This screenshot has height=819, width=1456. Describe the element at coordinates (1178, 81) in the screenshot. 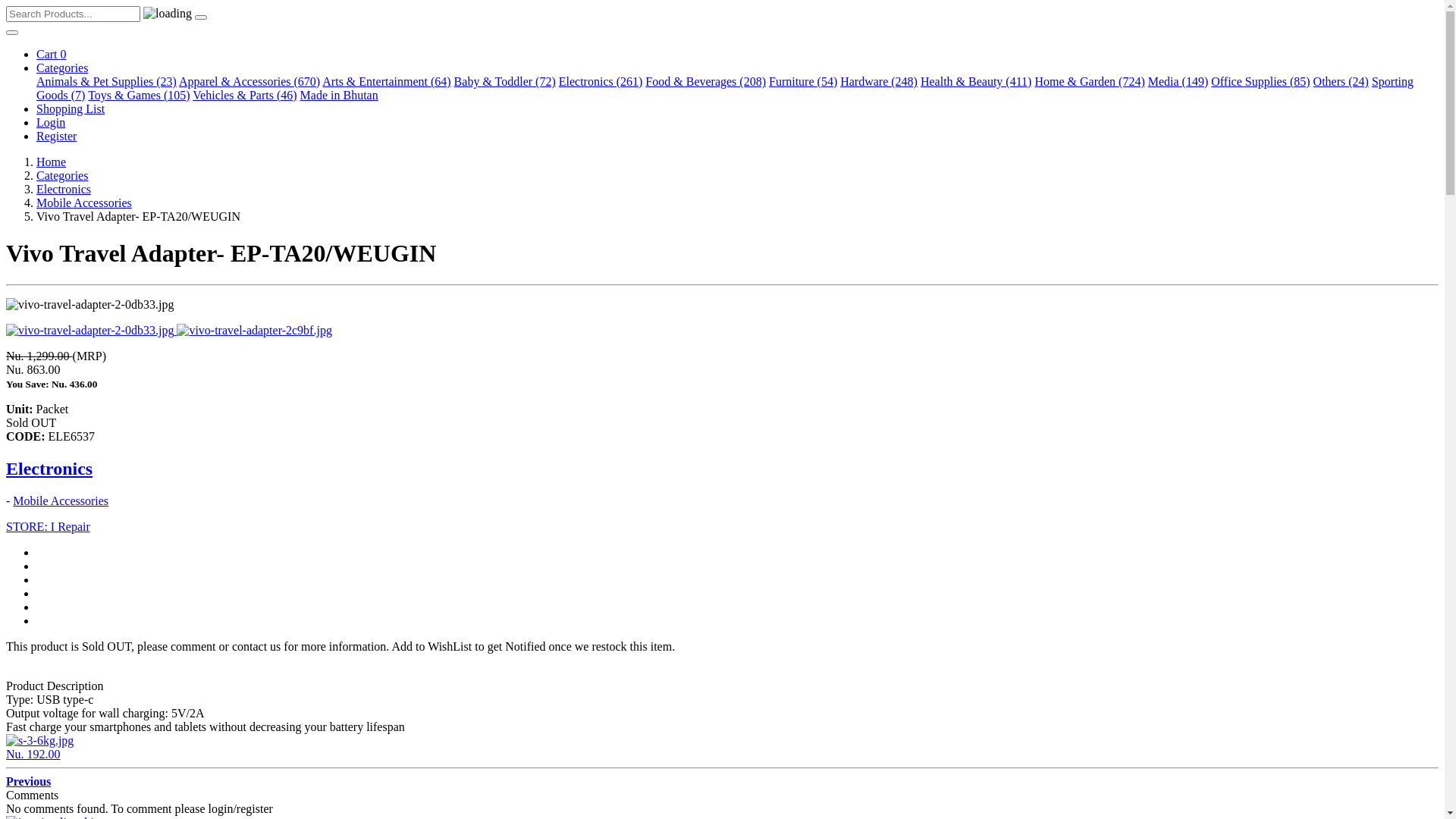

I see `'Media (149)'` at that location.